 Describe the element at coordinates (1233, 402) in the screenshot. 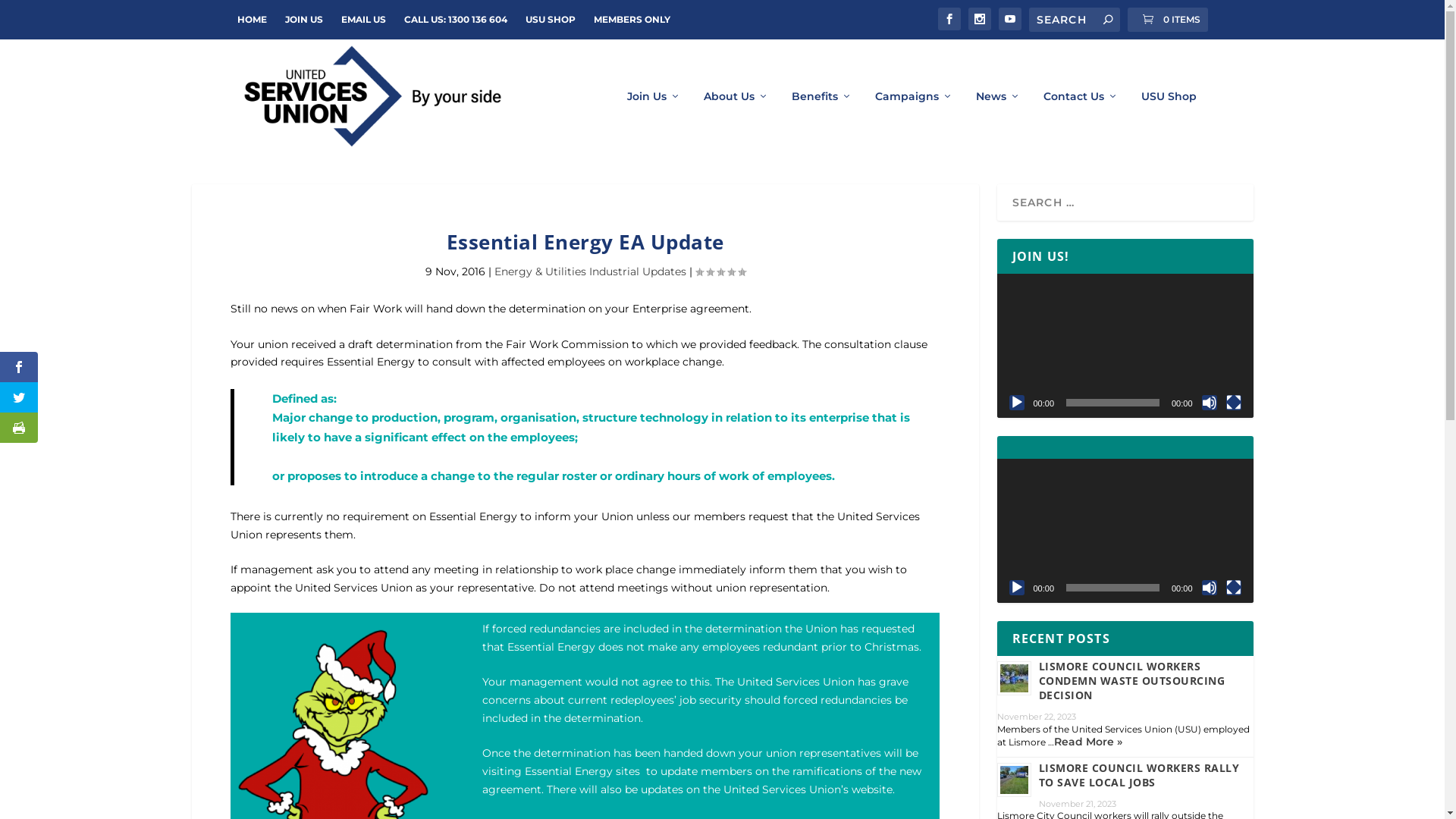

I see `'Fullscreen'` at that location.